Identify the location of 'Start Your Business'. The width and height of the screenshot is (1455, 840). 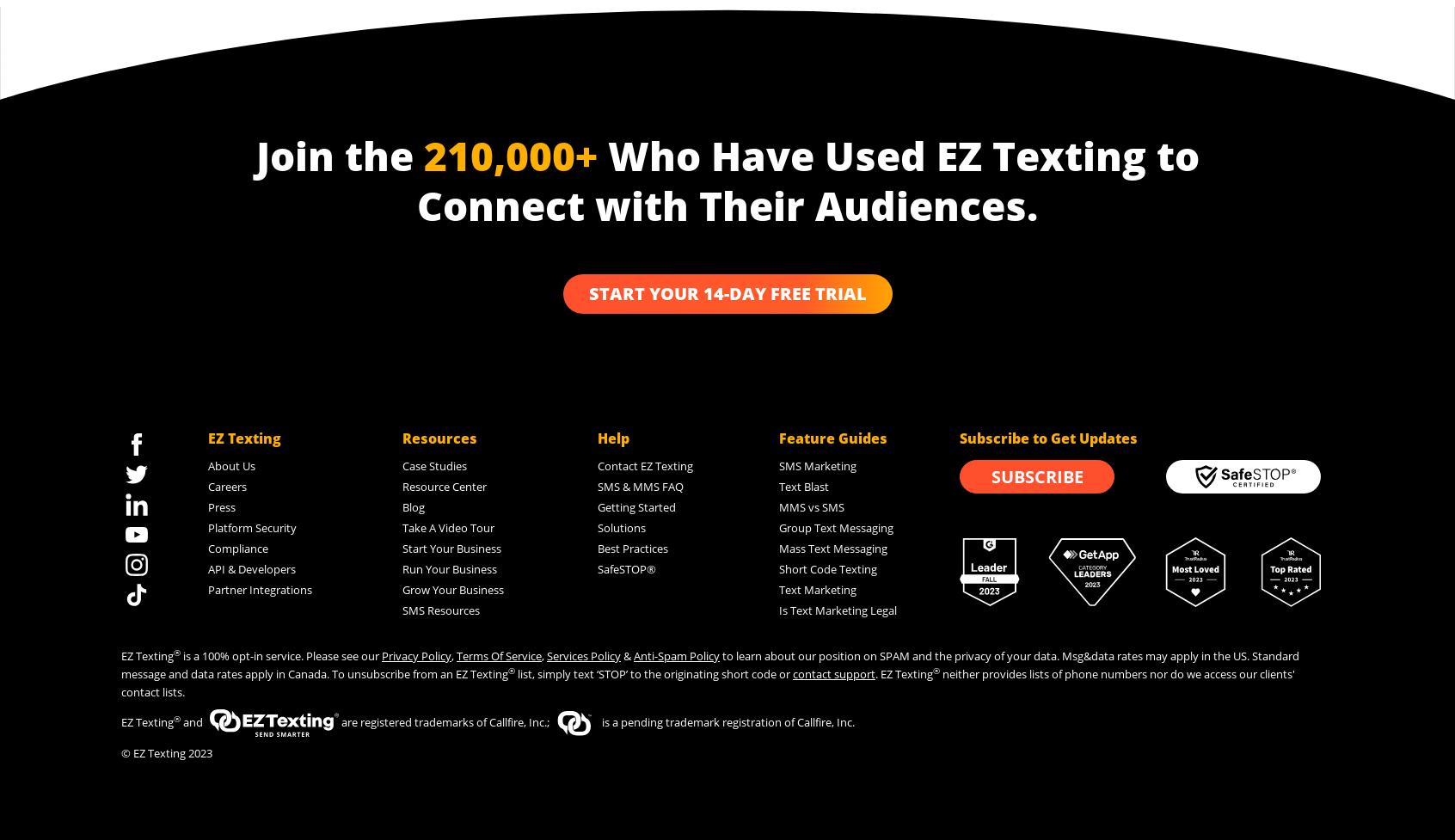
(451, 547).